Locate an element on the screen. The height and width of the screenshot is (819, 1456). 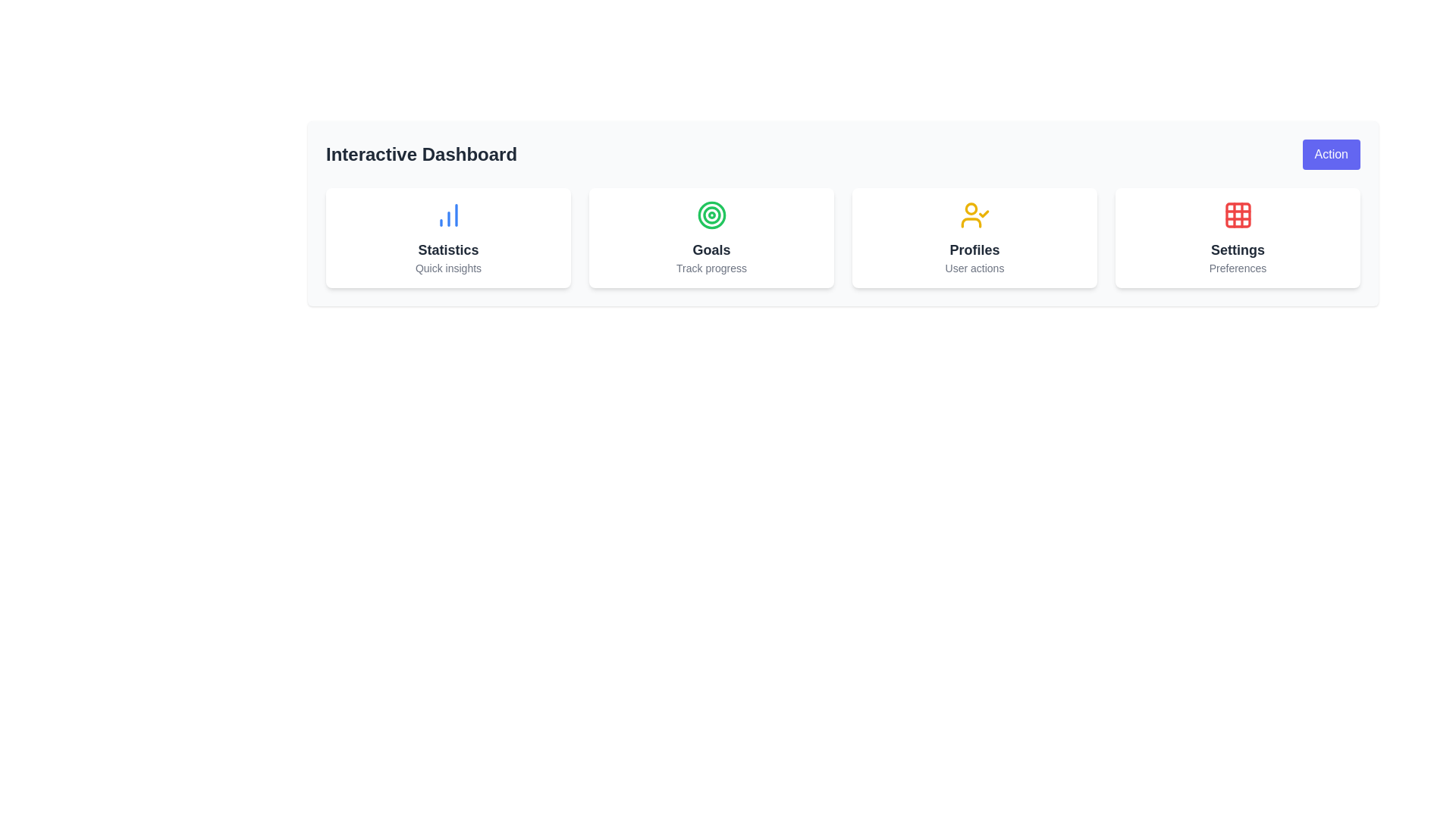
the static text description located at the bottom of the 'Profiles' card, which contextualizes user profiles is located at coordinates (974, 268).